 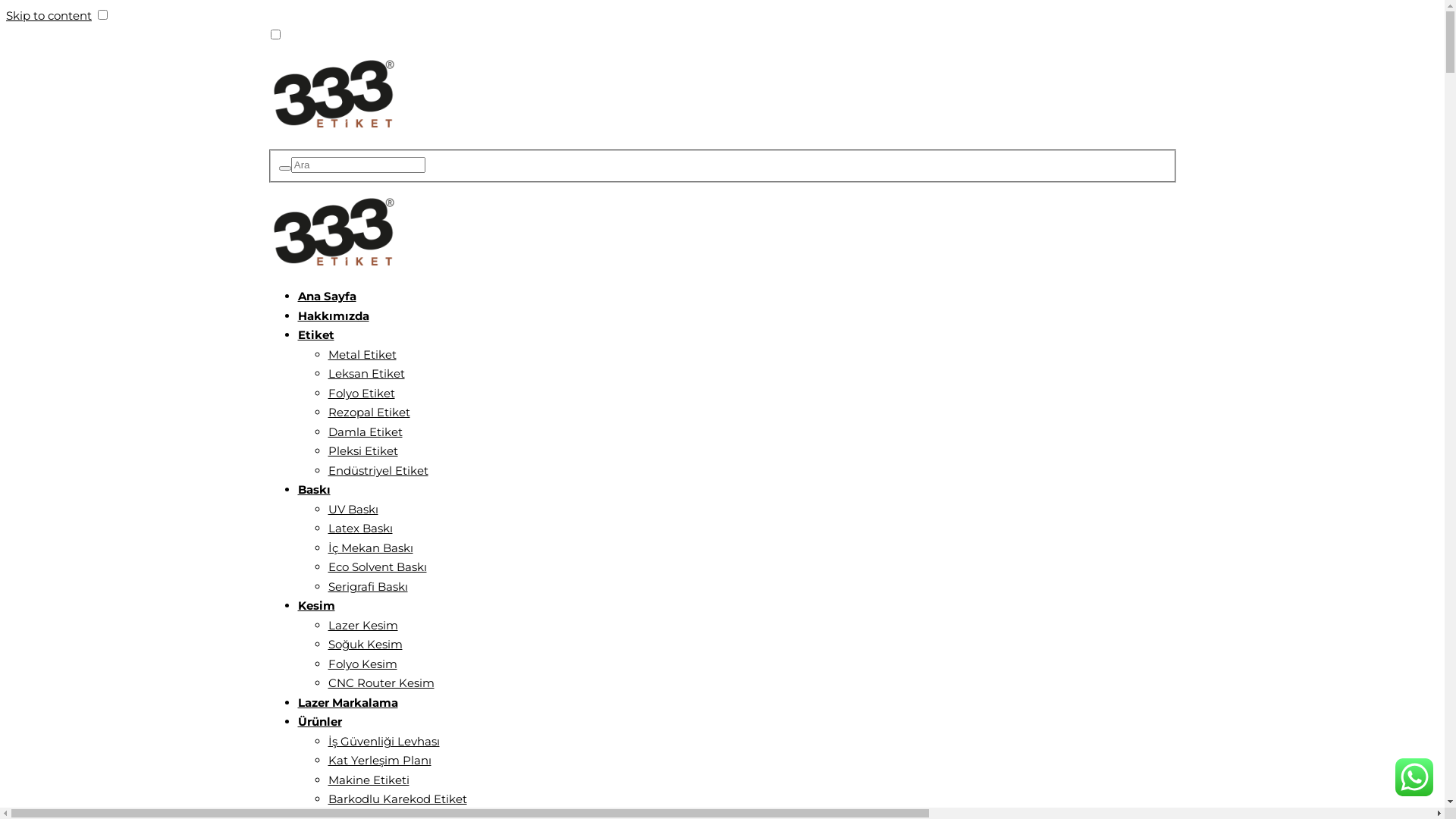 What do you see at coordinates (49, 15) in the screenshot?
I see `'Skip to content'` at bounding box center [49, 15].